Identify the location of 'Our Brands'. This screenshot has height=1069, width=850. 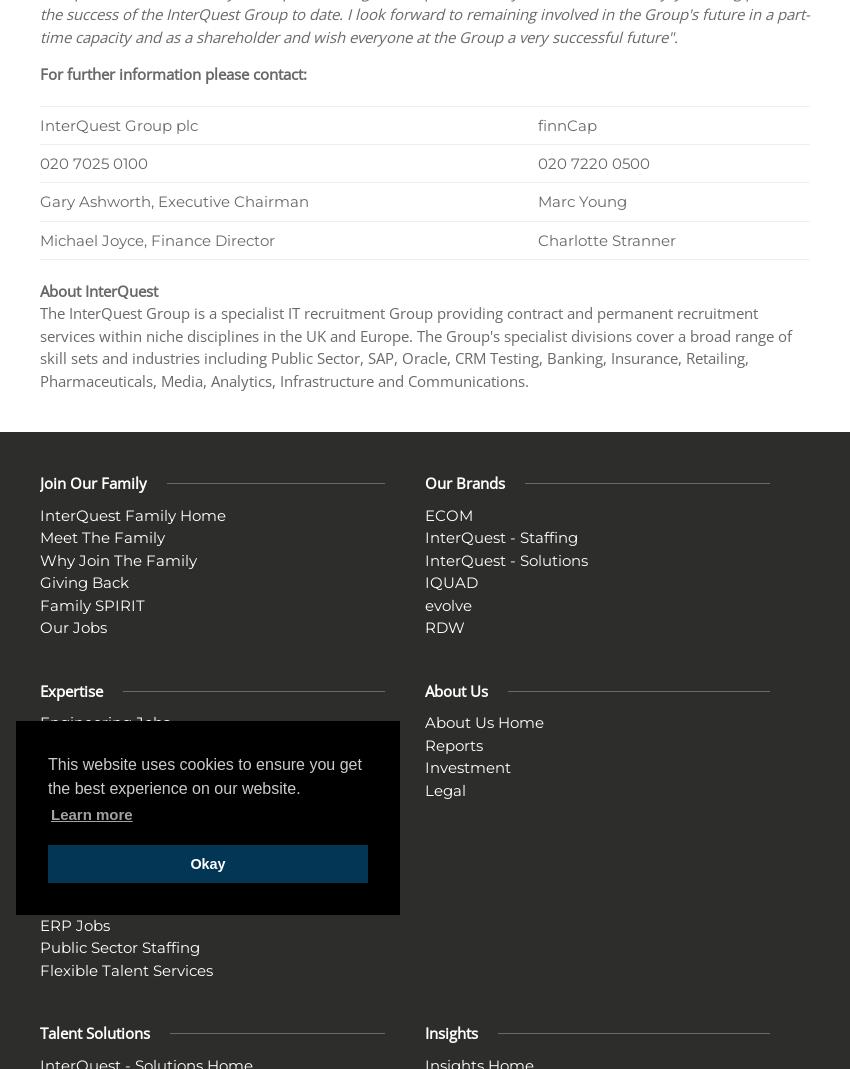
(425, 481).